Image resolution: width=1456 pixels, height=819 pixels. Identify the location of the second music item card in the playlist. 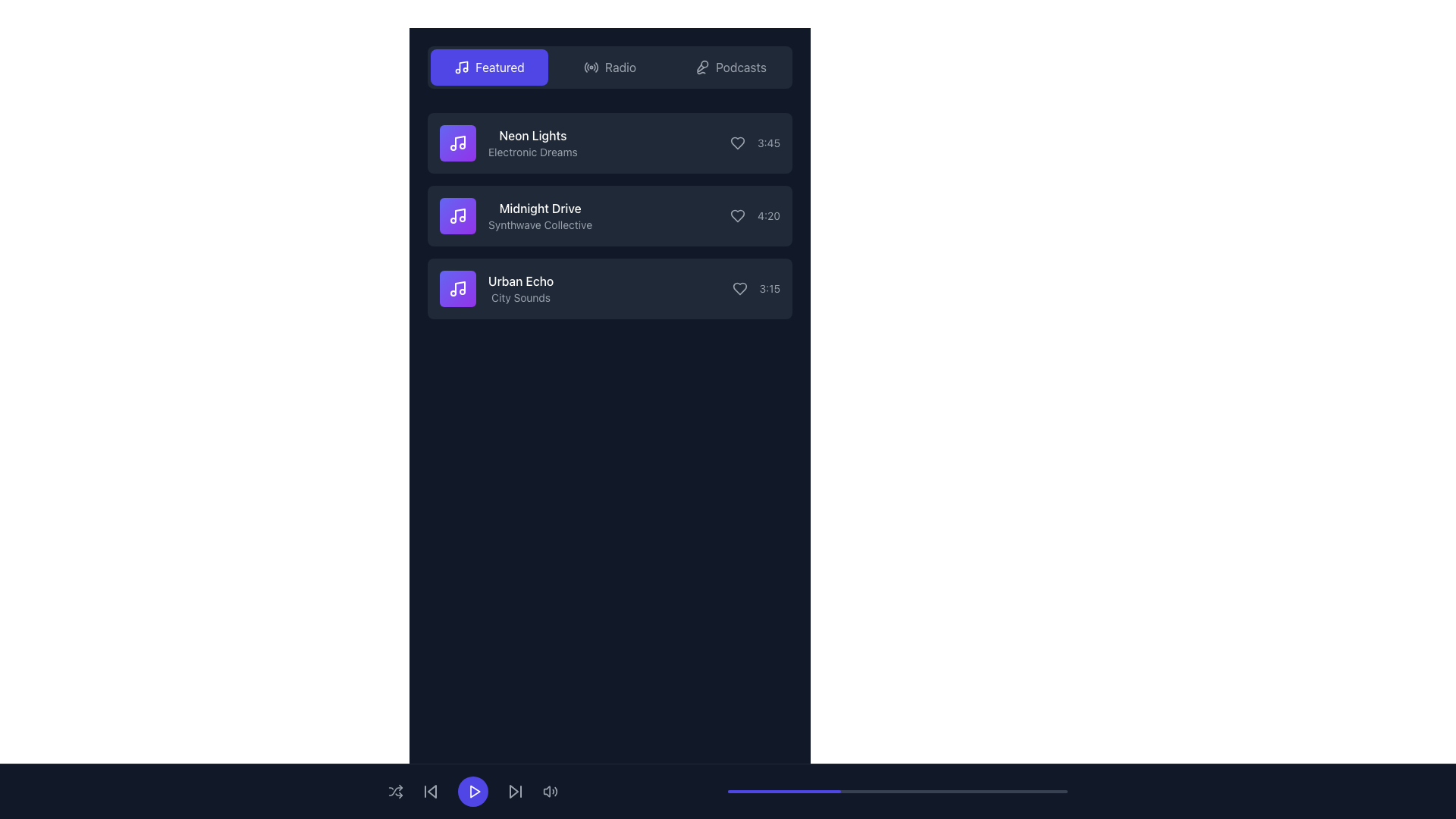
(610, 216).